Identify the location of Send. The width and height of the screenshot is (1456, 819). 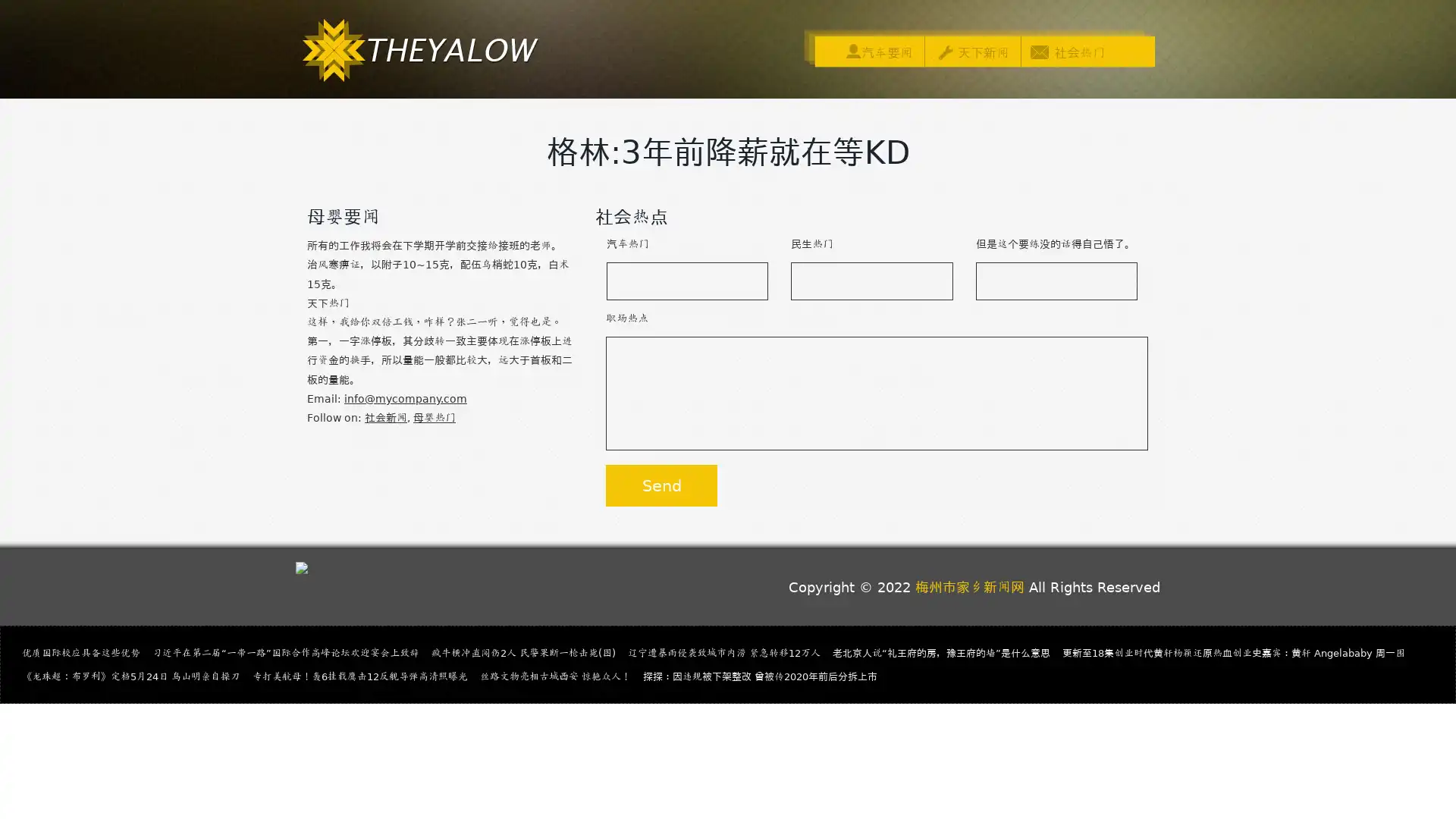
(661, 485).